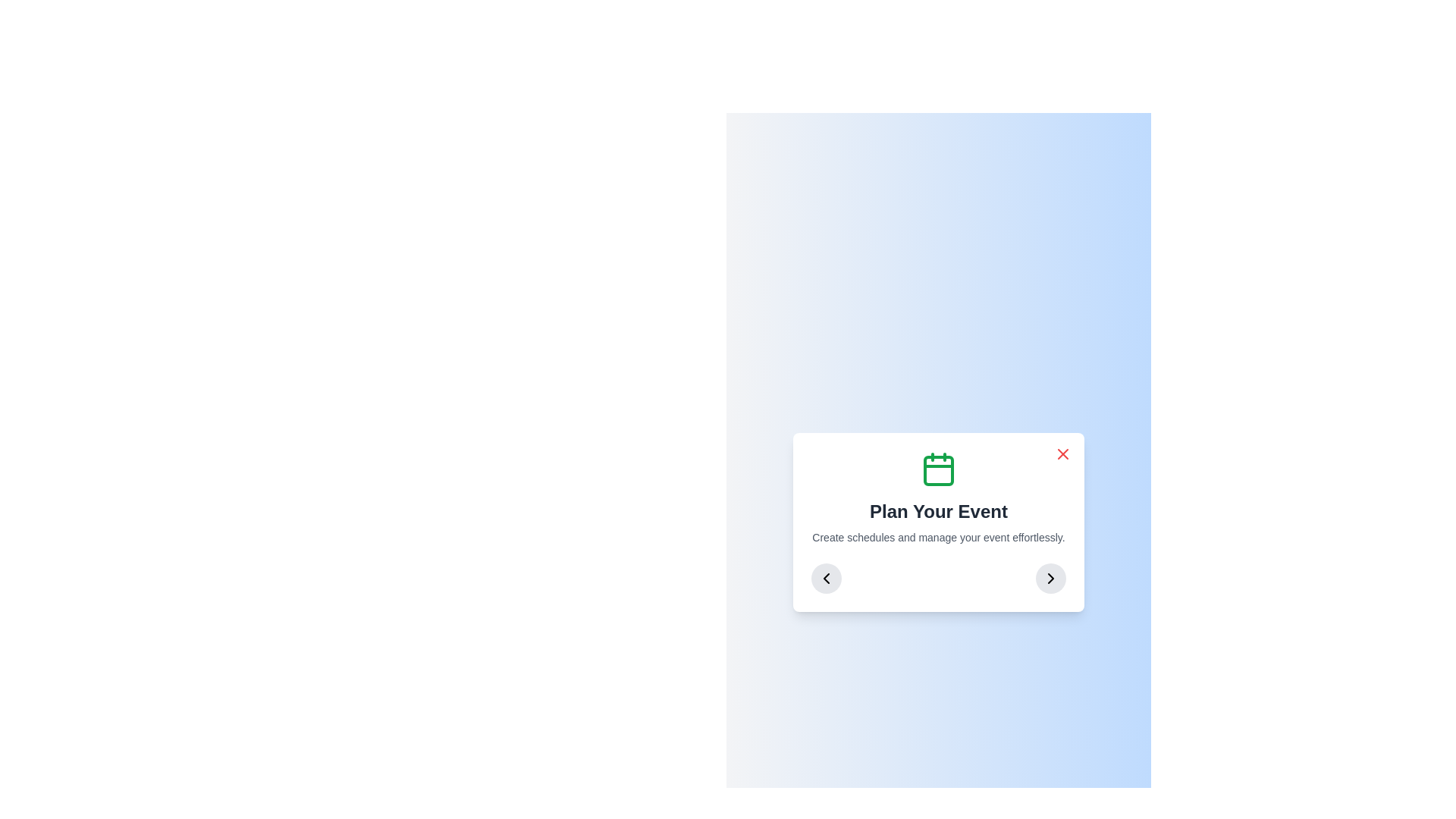 Image resolution: width=1456 pixels, height=819 pixels. Describe the element at coordinates (938, 537) in the screenshot. I see `the explanatory text element that provides additional information about the 'Plan Your Event' feature, positioned beneath the header 'Plan Your Event'` at that location.